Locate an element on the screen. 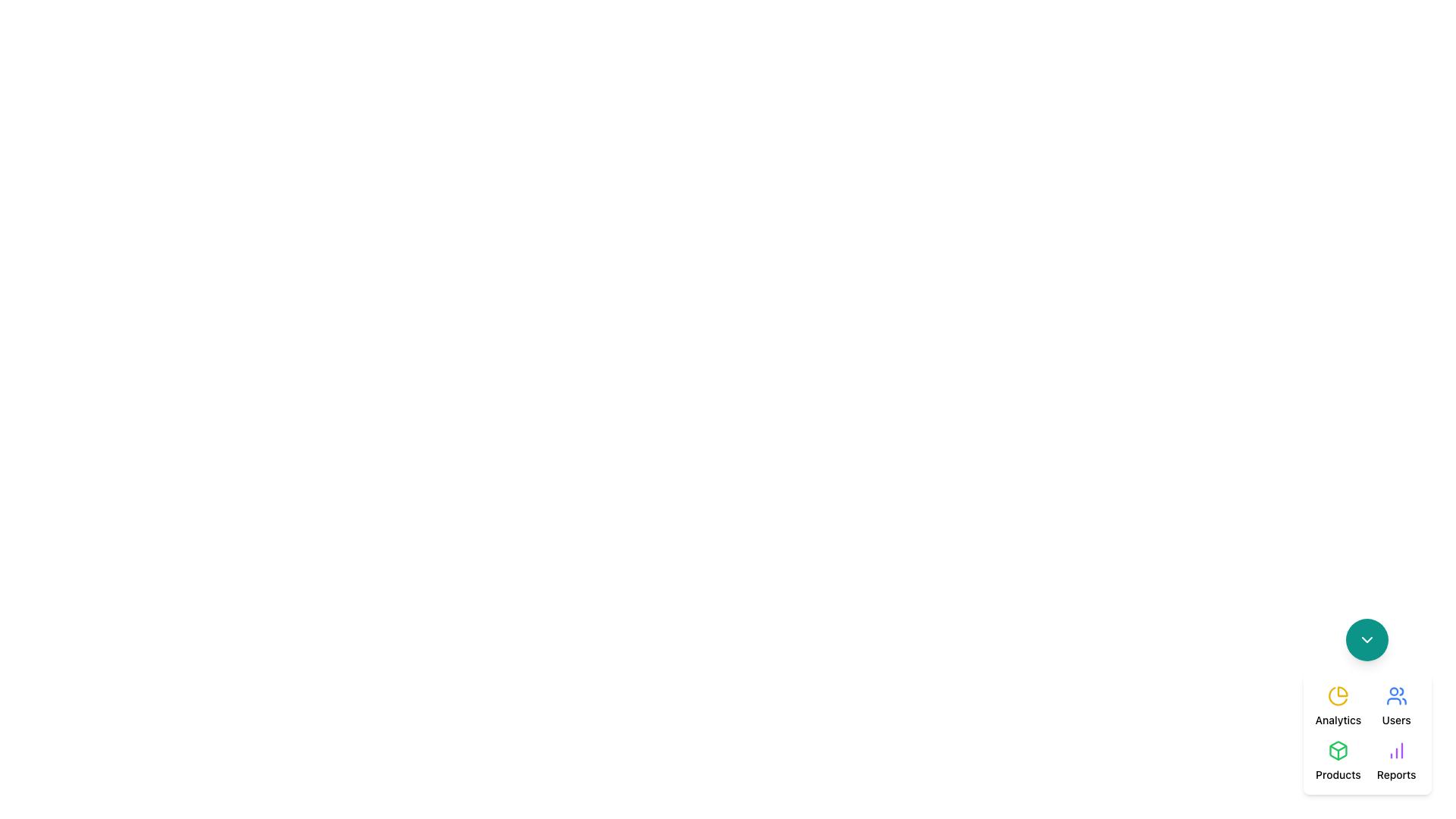 The image size is (1456, 819). the top icon representing the 'Users' category is located at coordinates (1395, 696).